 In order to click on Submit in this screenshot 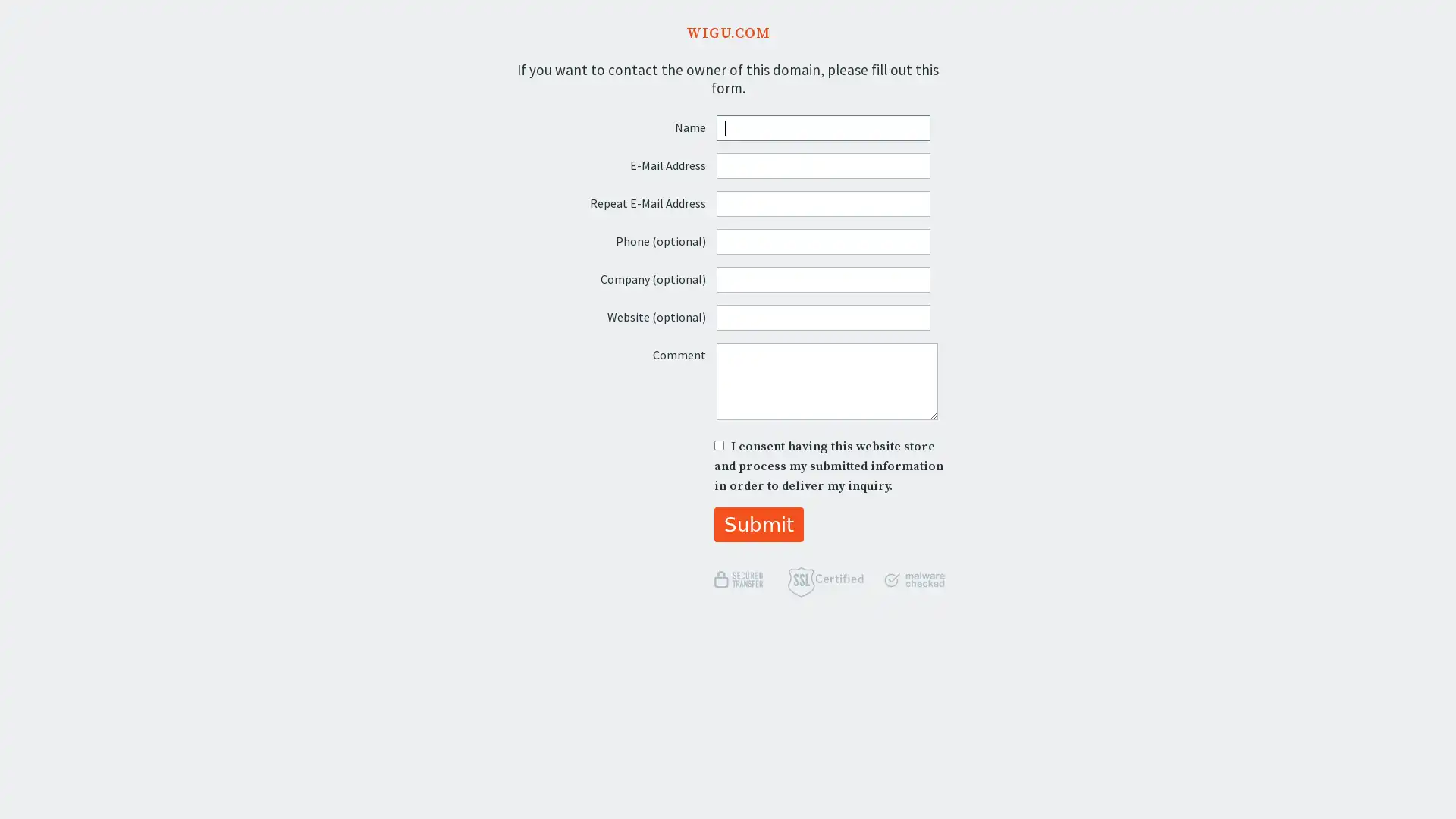, I will do `click(758, 523)`.